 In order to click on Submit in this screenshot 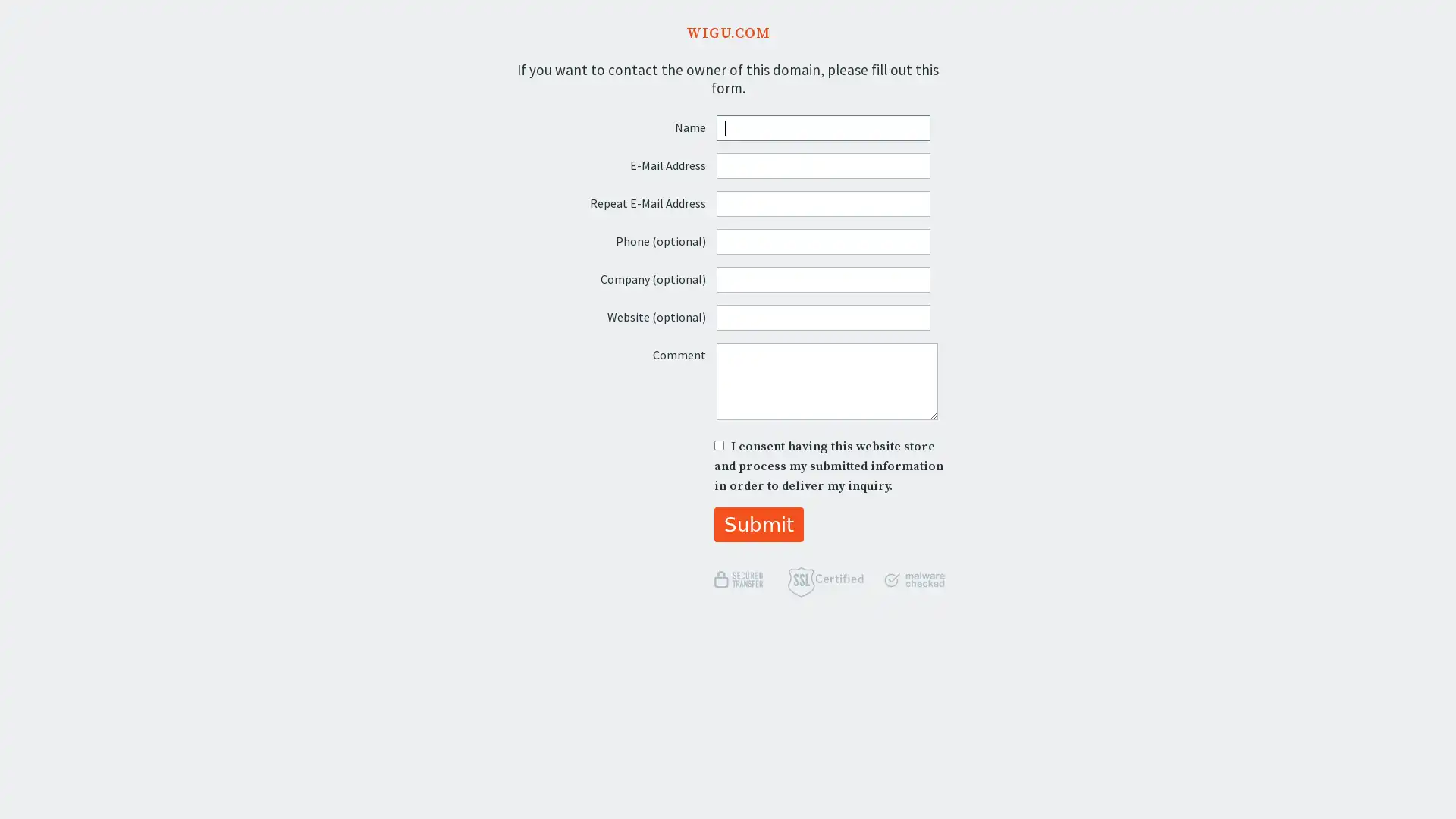, I will do `click(758, 523)`.